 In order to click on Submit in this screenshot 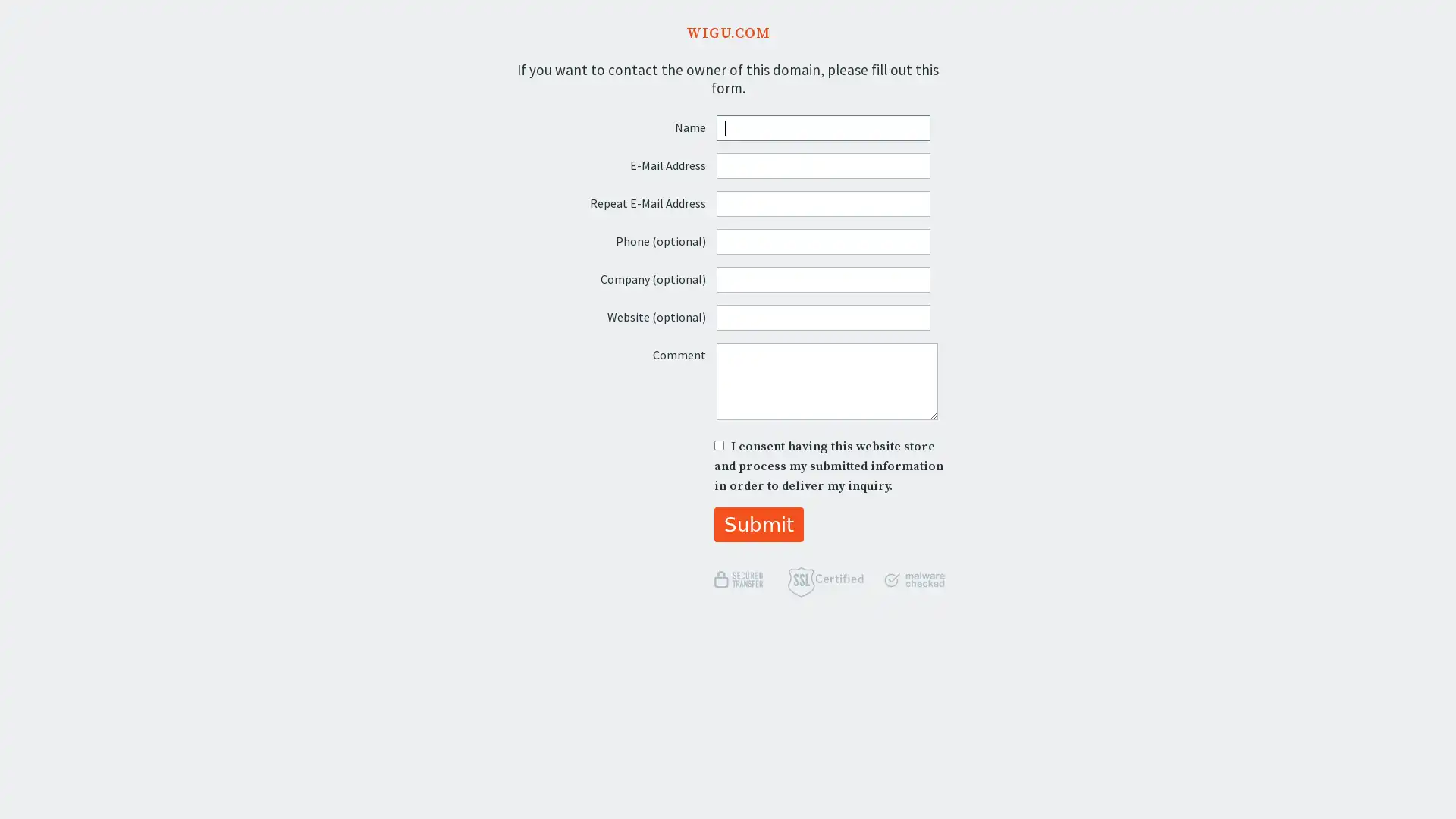, I will do `click(758, 523)`.